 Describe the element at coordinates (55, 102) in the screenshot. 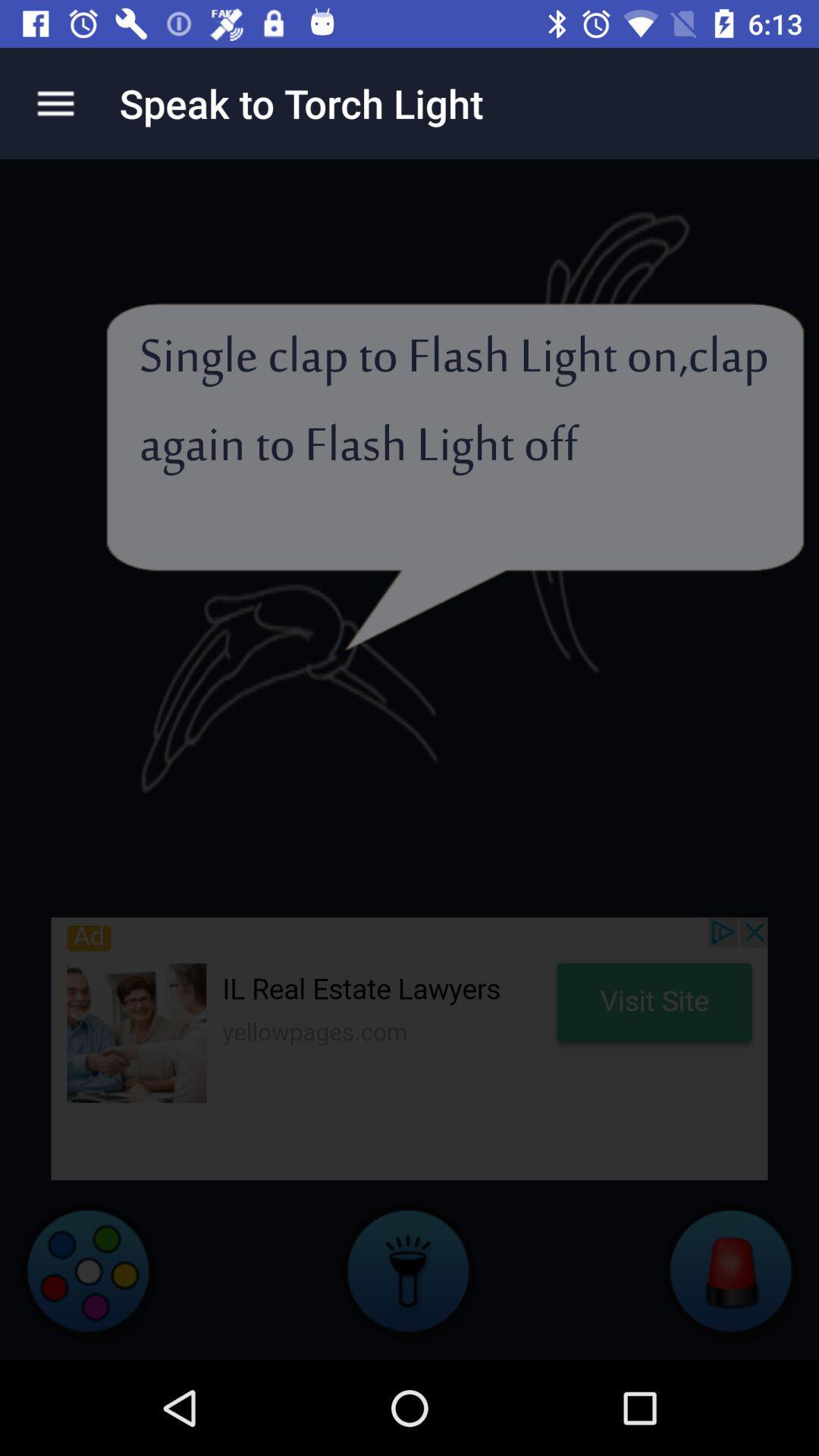

I see `menu` at that location.